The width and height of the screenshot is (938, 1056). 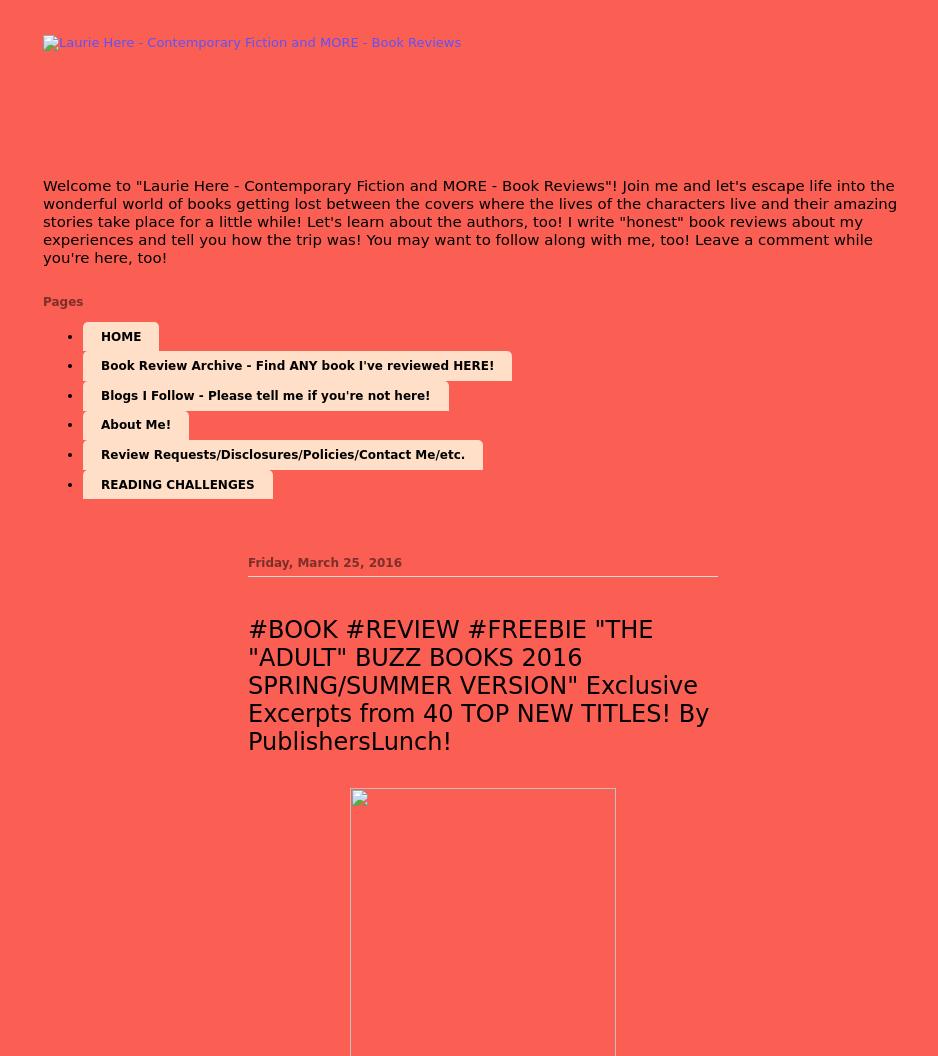 I want to click on 'Book Review Archive - Find ANY book I've reviewed HERE!', so click(x=297, y=365).